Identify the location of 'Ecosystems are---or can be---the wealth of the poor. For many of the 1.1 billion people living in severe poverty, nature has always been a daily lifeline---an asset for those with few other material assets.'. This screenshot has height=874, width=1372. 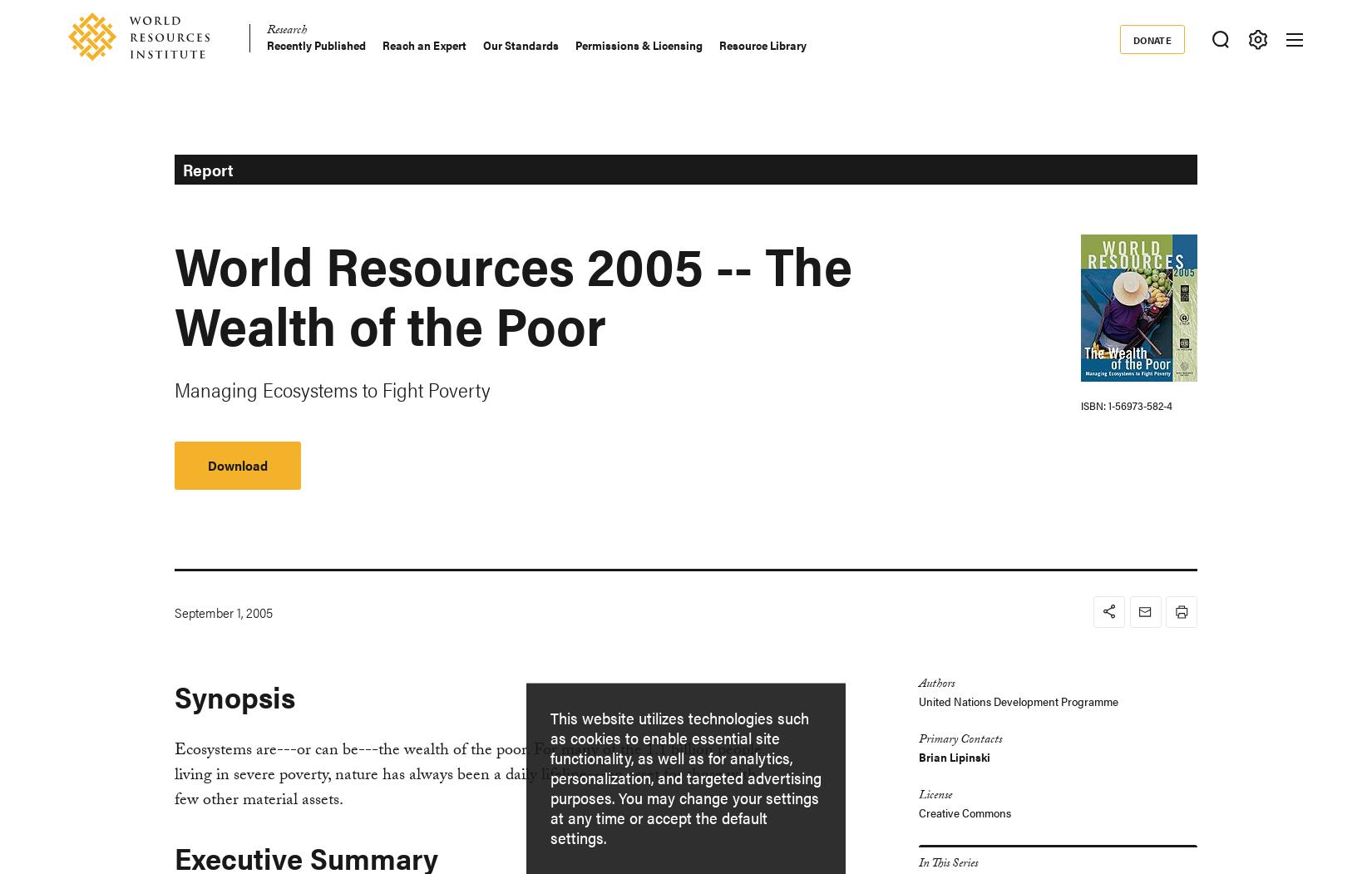
(466, 774).